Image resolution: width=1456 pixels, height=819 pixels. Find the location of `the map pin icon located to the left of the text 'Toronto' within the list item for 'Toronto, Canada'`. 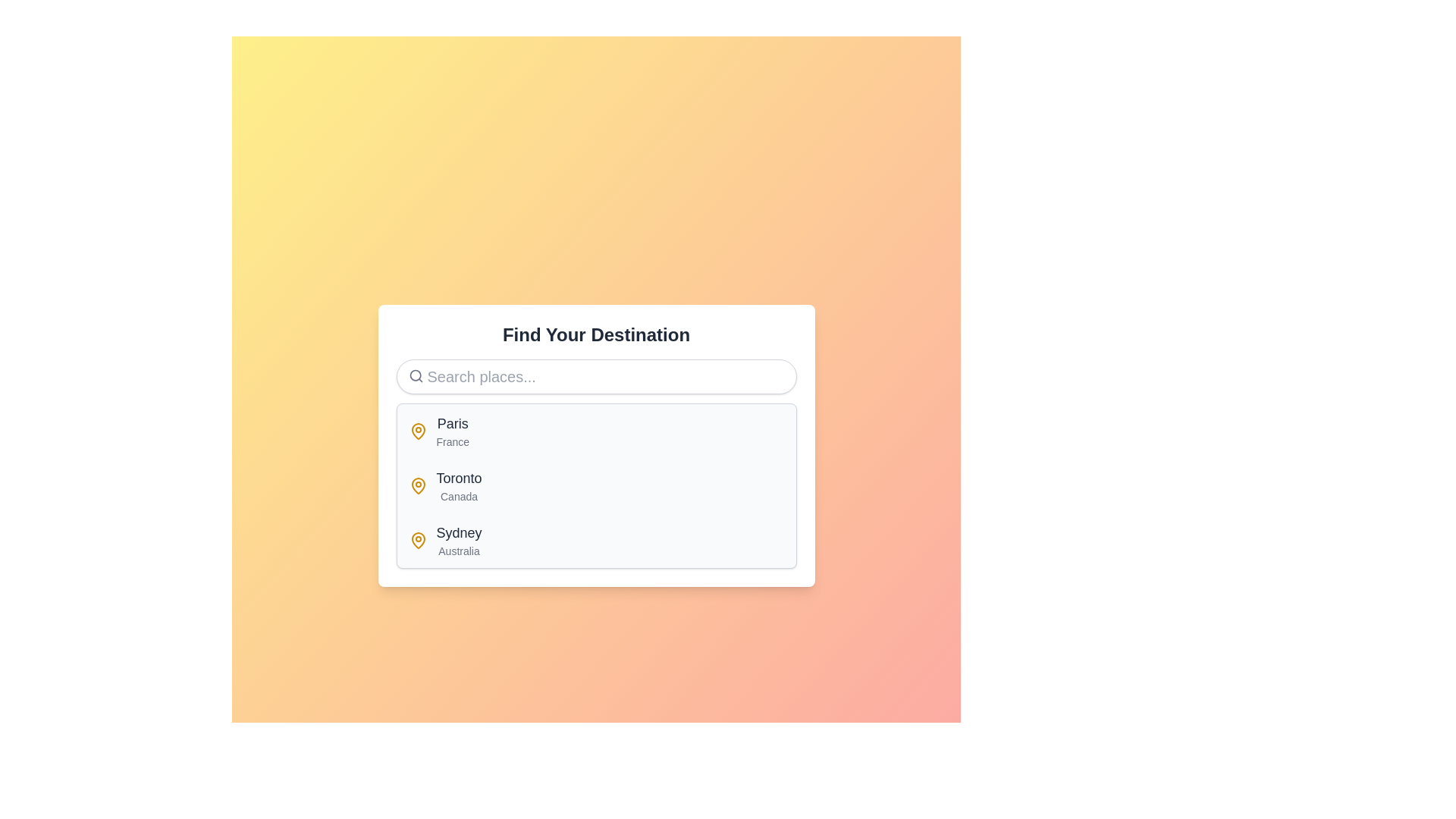

the map pin icon located to the left of the text 'Toronto' within the list item for 'Toronto, Canada' is located at coordinates (418, 485).